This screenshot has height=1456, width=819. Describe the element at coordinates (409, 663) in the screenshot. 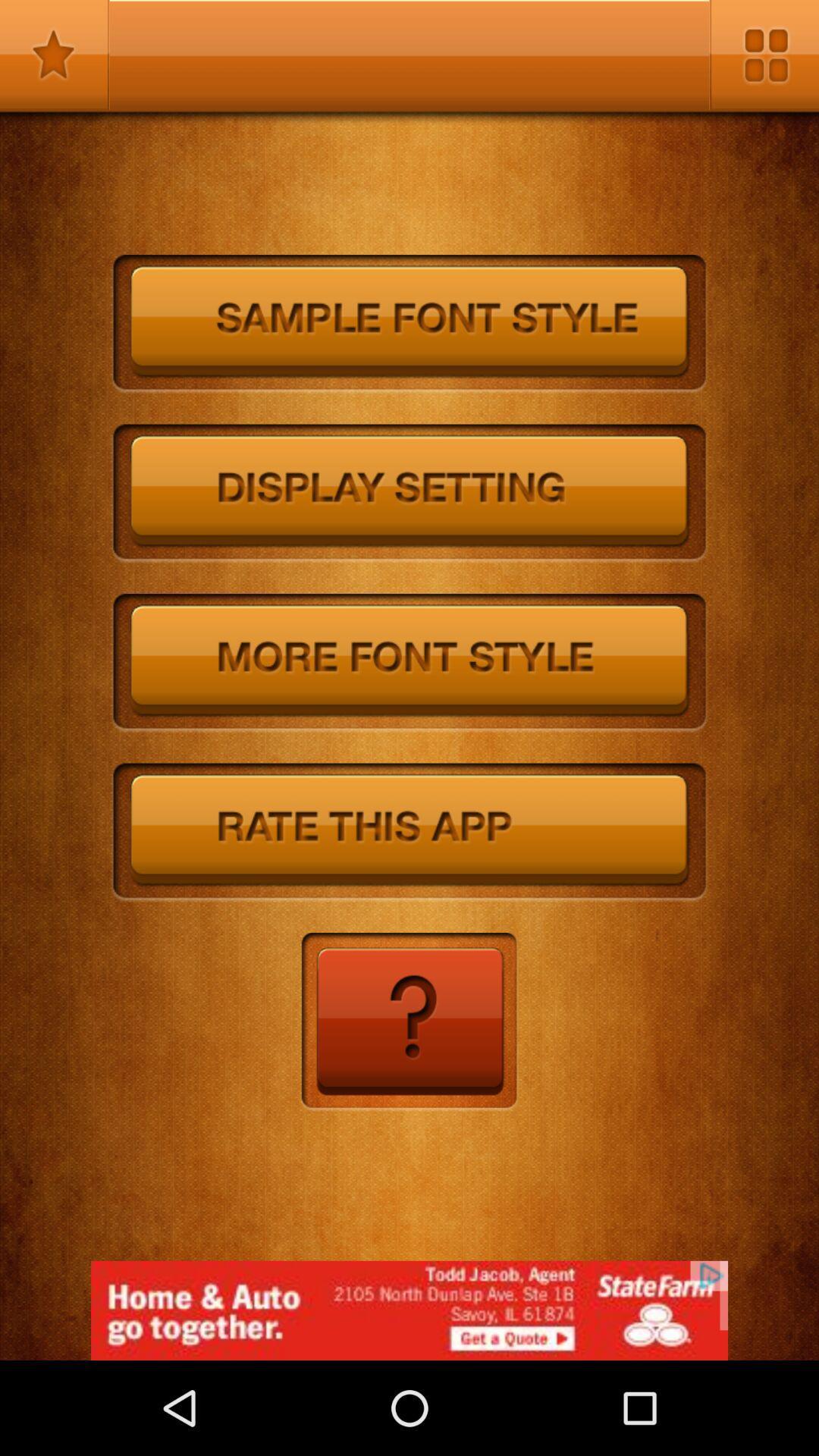

I see `font style` at that location.